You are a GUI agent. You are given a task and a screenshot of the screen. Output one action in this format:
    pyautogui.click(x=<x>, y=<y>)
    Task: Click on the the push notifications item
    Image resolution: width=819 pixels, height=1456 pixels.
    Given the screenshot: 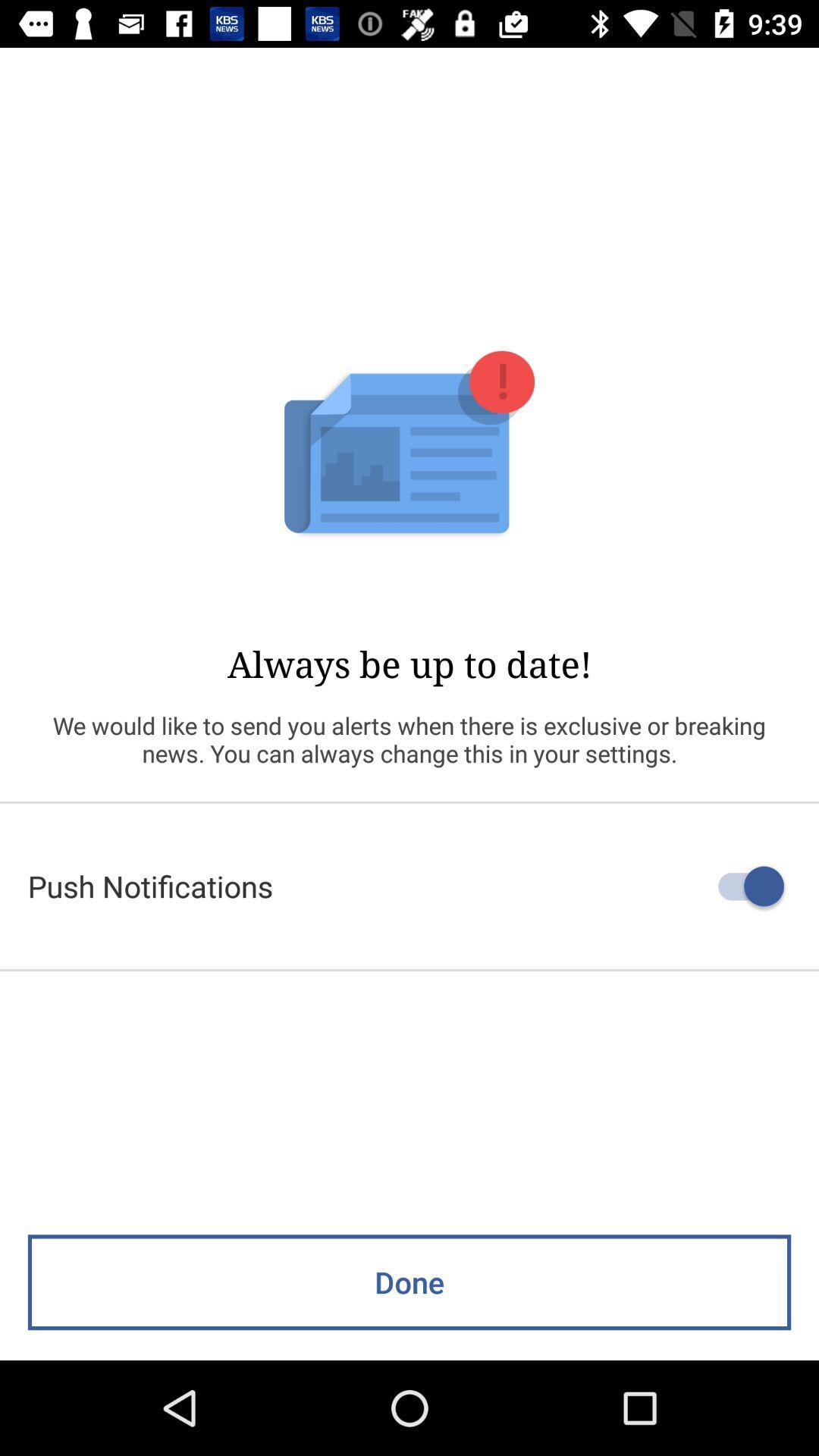 What is the action you would take?
    pyautogui.click(x=409, y=886)
    